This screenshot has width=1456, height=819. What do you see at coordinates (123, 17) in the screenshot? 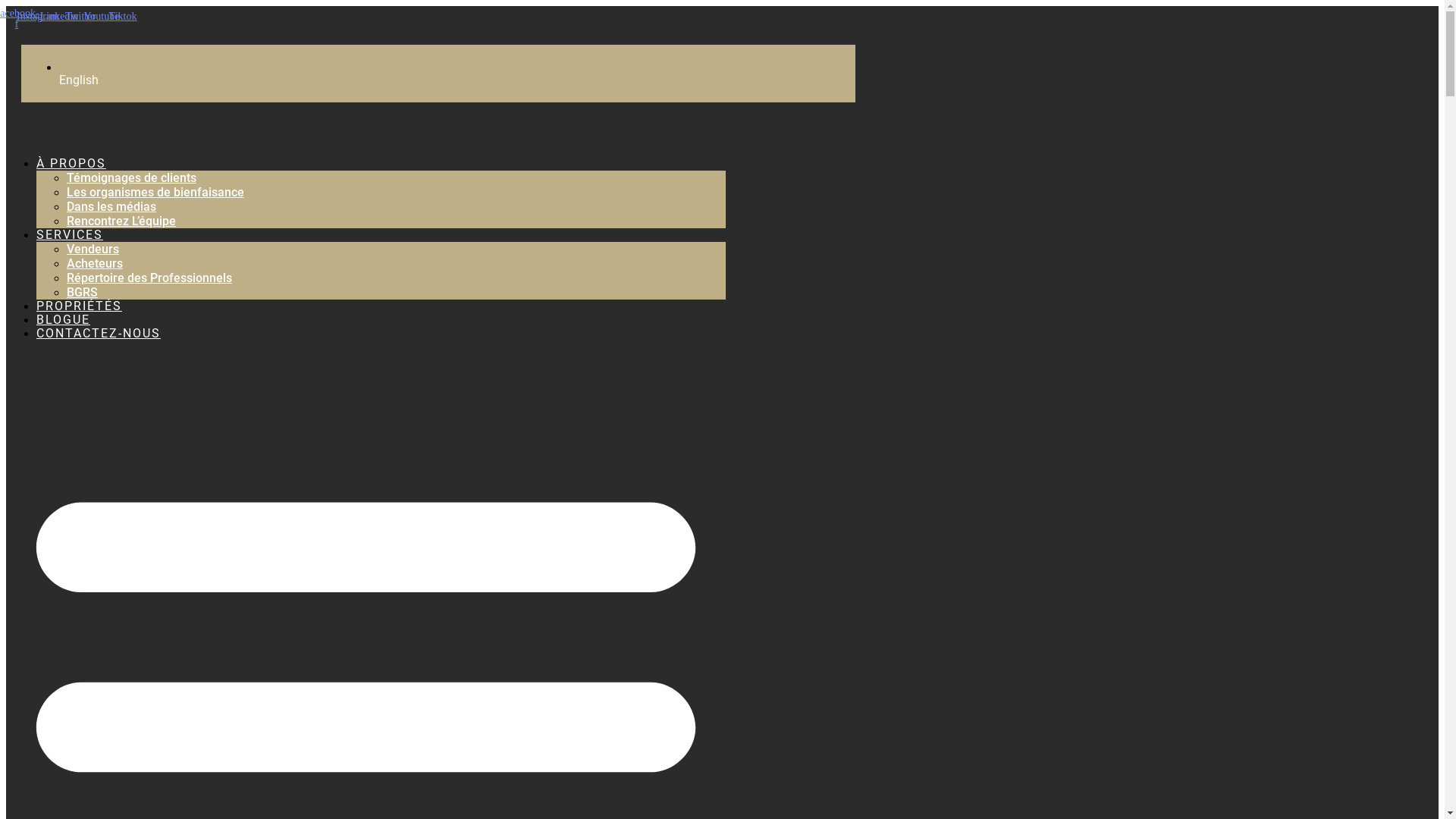
I see `'Tiktok'` at bounding box center [123, 17].